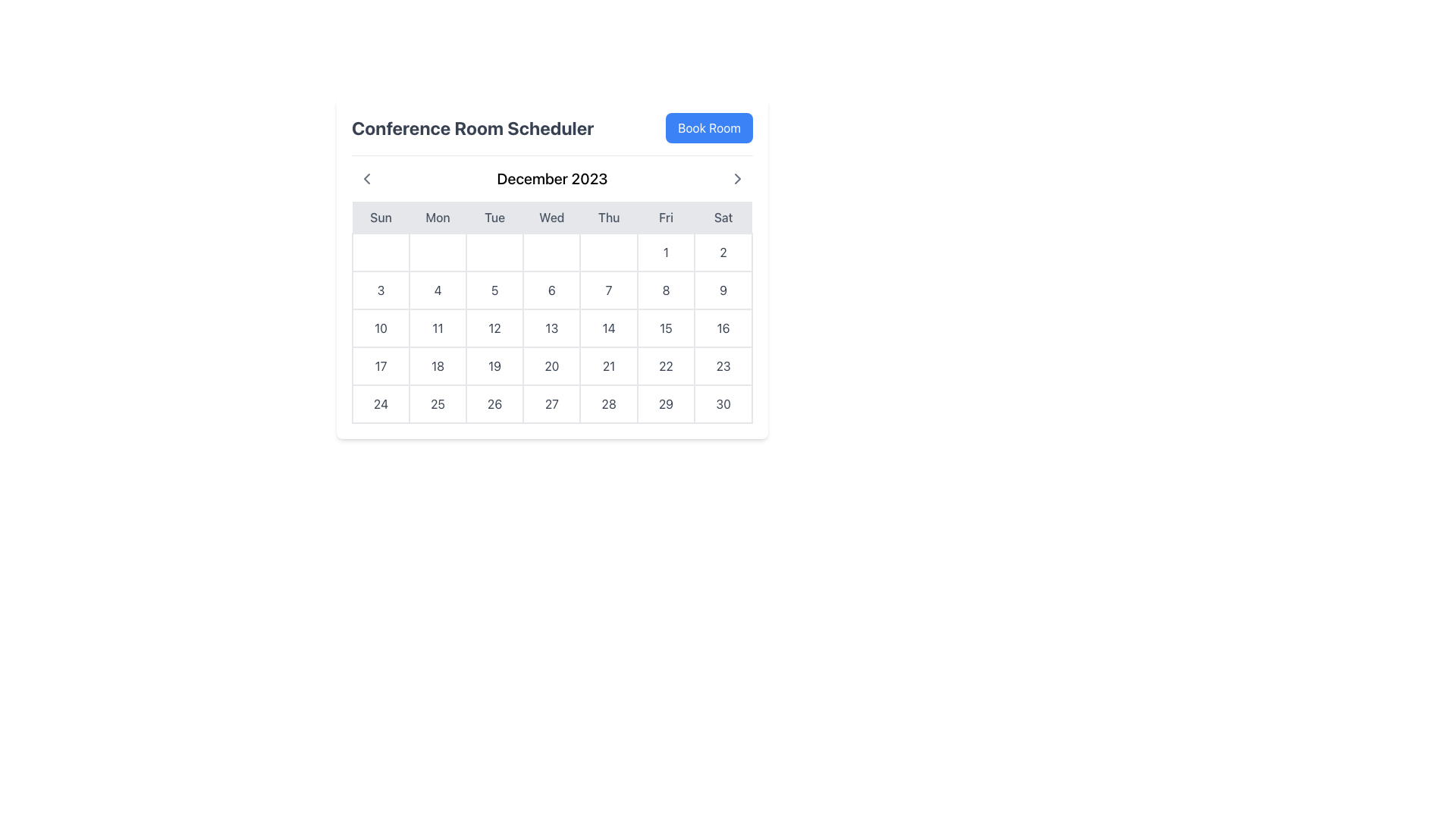 Image resolution: width=1456 pixels, height=819 pixels. Describe the element at coordinates (551, 290) in the screenshot. I see `the button representing the day '6' in the calendar` at that location.